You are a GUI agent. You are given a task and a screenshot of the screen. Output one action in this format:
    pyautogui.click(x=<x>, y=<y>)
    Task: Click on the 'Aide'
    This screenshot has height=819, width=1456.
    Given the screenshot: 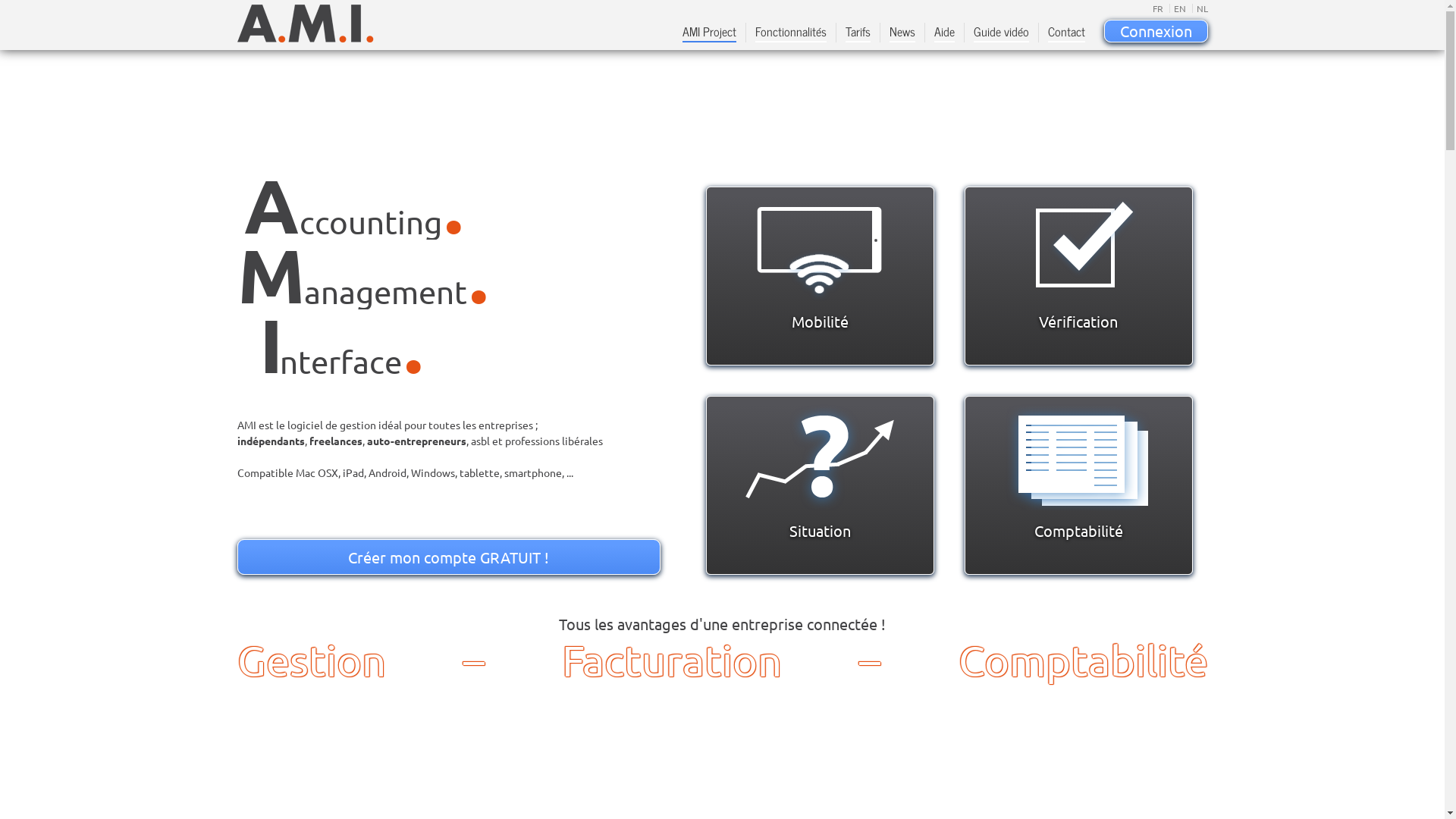 What is the action you would take?
    pyautogui.click(x=943, y=33)
    